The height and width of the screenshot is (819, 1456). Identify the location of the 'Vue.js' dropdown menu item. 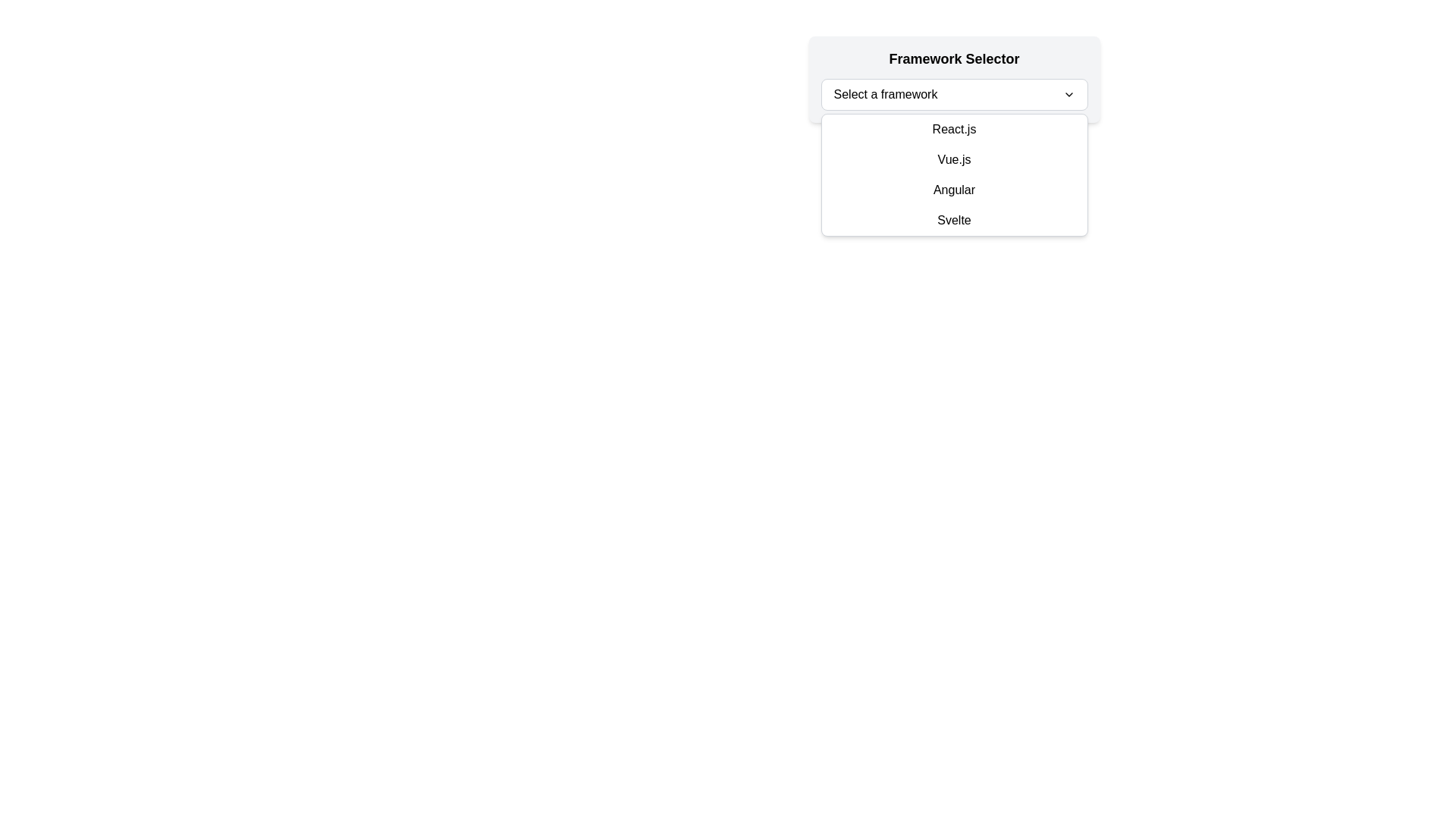
(953, 160).